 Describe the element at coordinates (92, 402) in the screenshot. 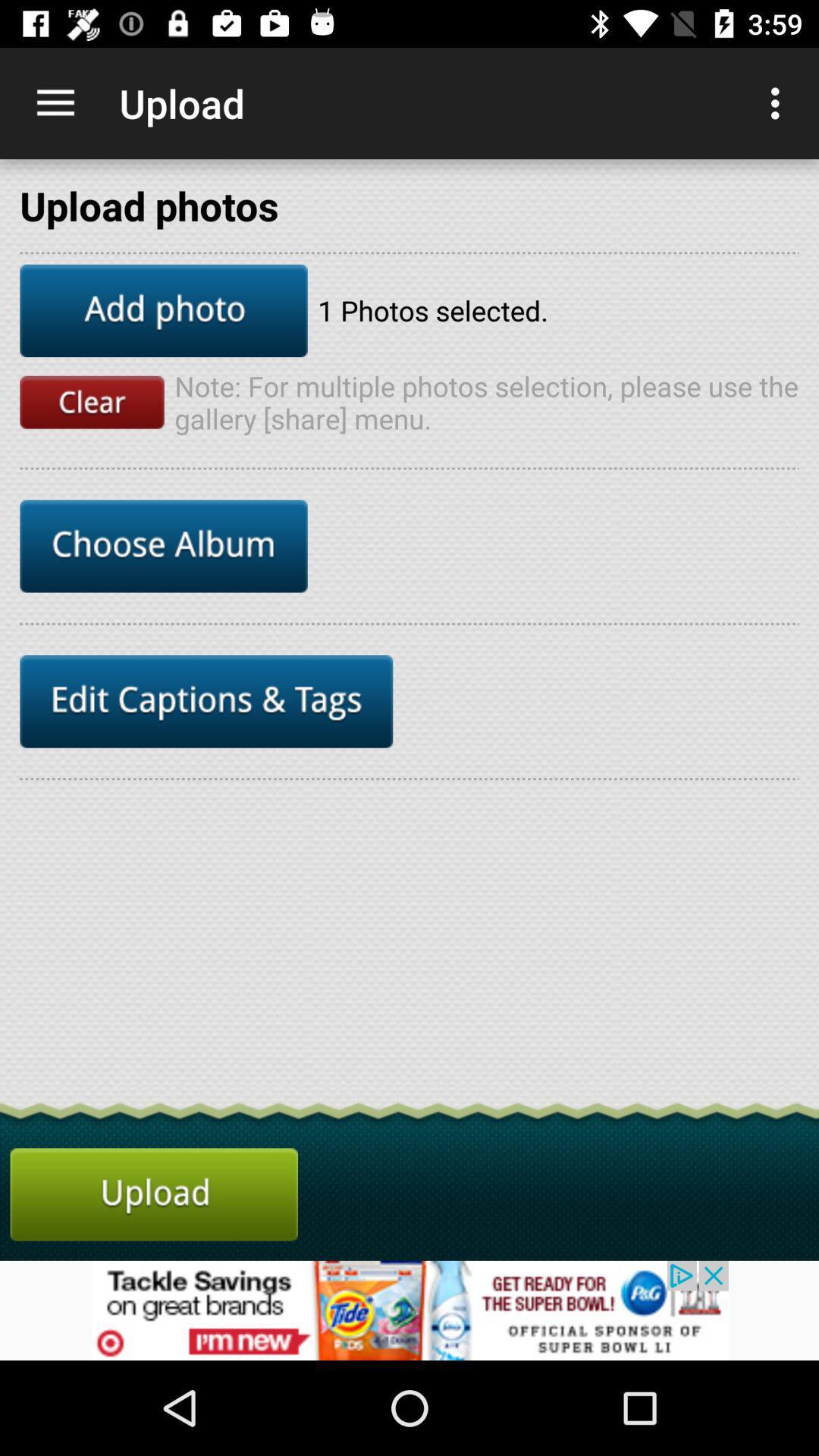

I see `clear selection` at that location.